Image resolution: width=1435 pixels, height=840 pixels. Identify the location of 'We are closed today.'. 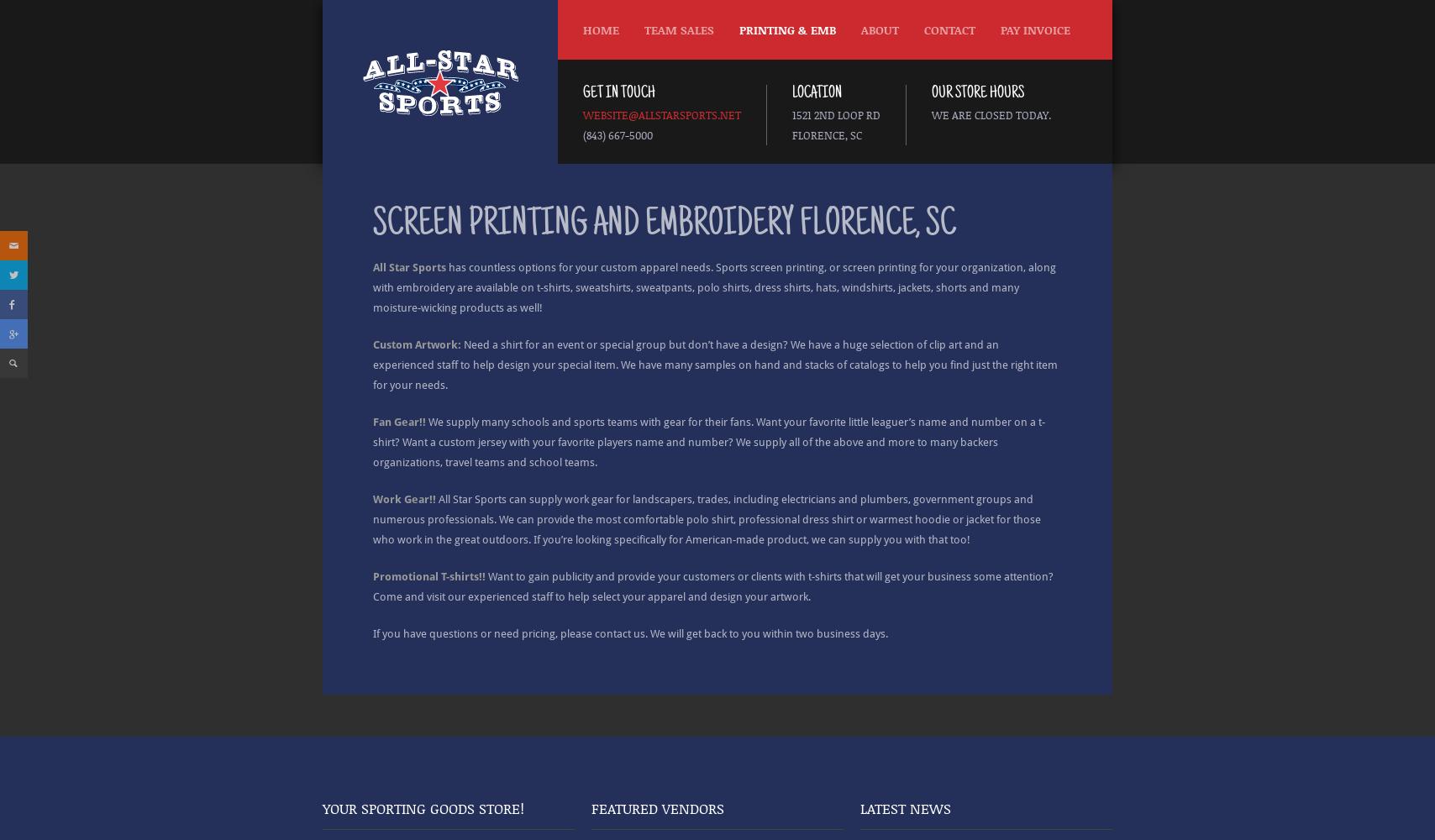
(991, 115).